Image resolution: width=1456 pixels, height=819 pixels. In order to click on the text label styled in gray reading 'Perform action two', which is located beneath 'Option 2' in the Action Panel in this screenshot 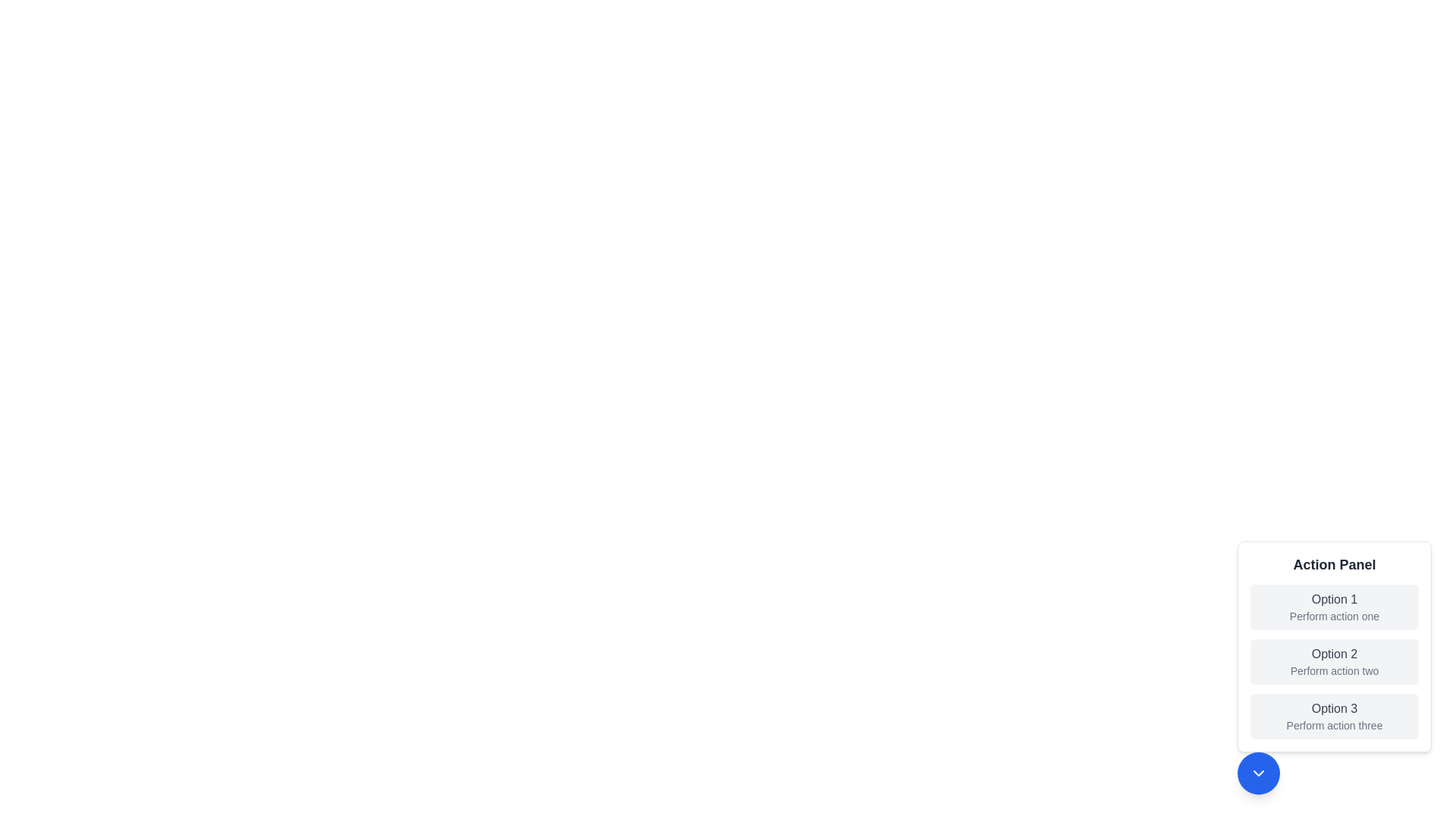, I will do `click(1335, 670)`.